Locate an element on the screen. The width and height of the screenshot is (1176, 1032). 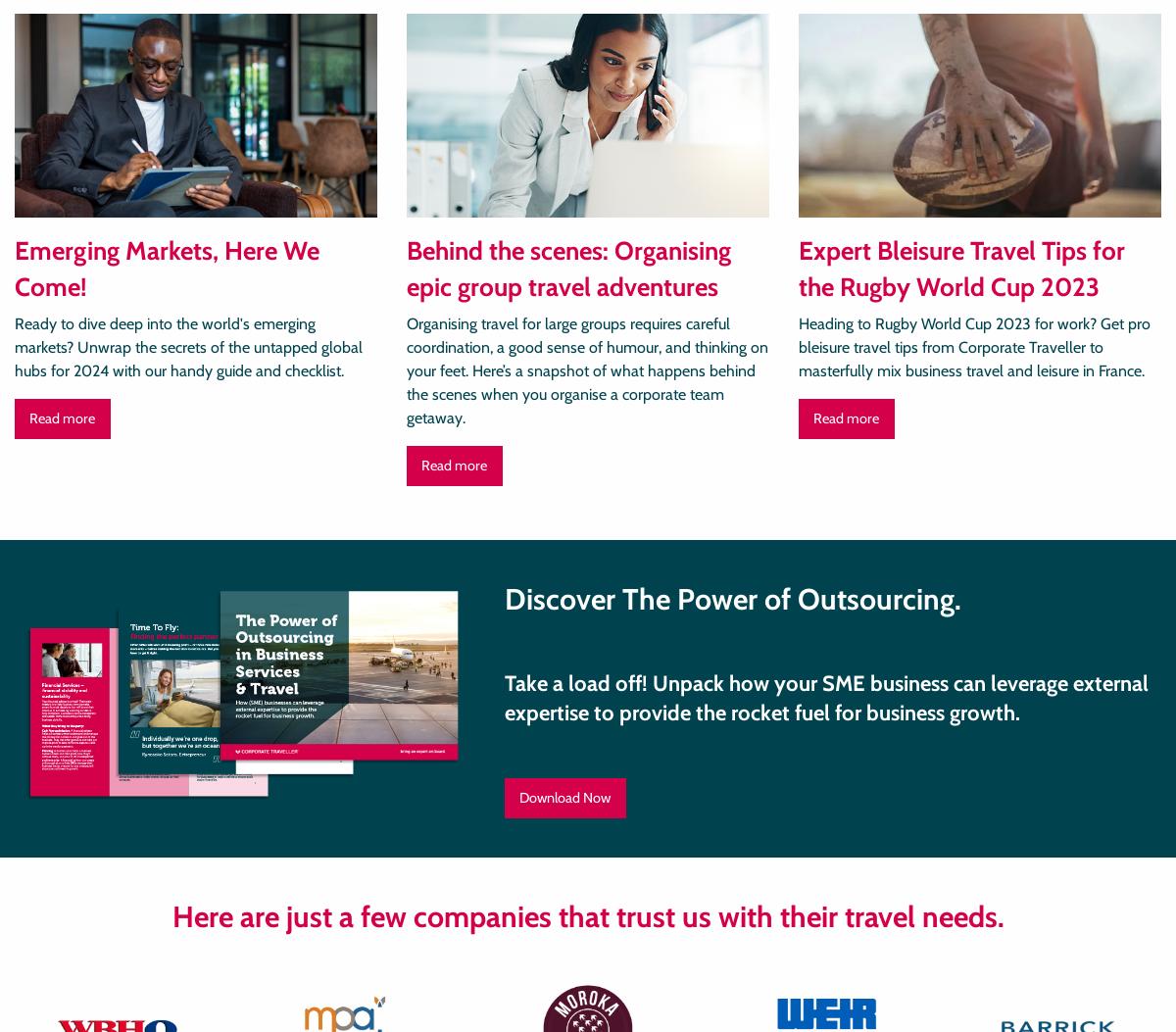
'Here are just a few companies that trust us with their travel needs.' is located at coordinates (170, 914).